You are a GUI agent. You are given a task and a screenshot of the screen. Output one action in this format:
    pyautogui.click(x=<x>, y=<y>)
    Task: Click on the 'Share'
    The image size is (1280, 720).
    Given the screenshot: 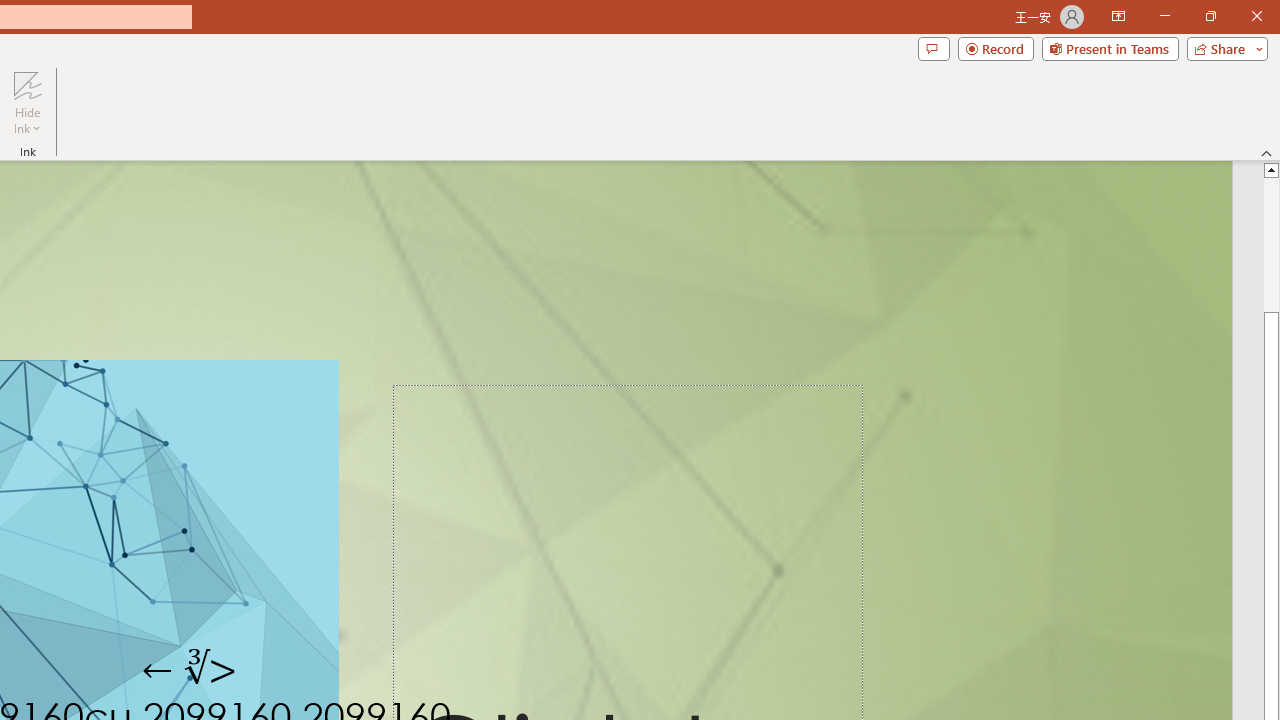 What is the action you would take?
    pyautogui.click(x=1222, y=47)
    